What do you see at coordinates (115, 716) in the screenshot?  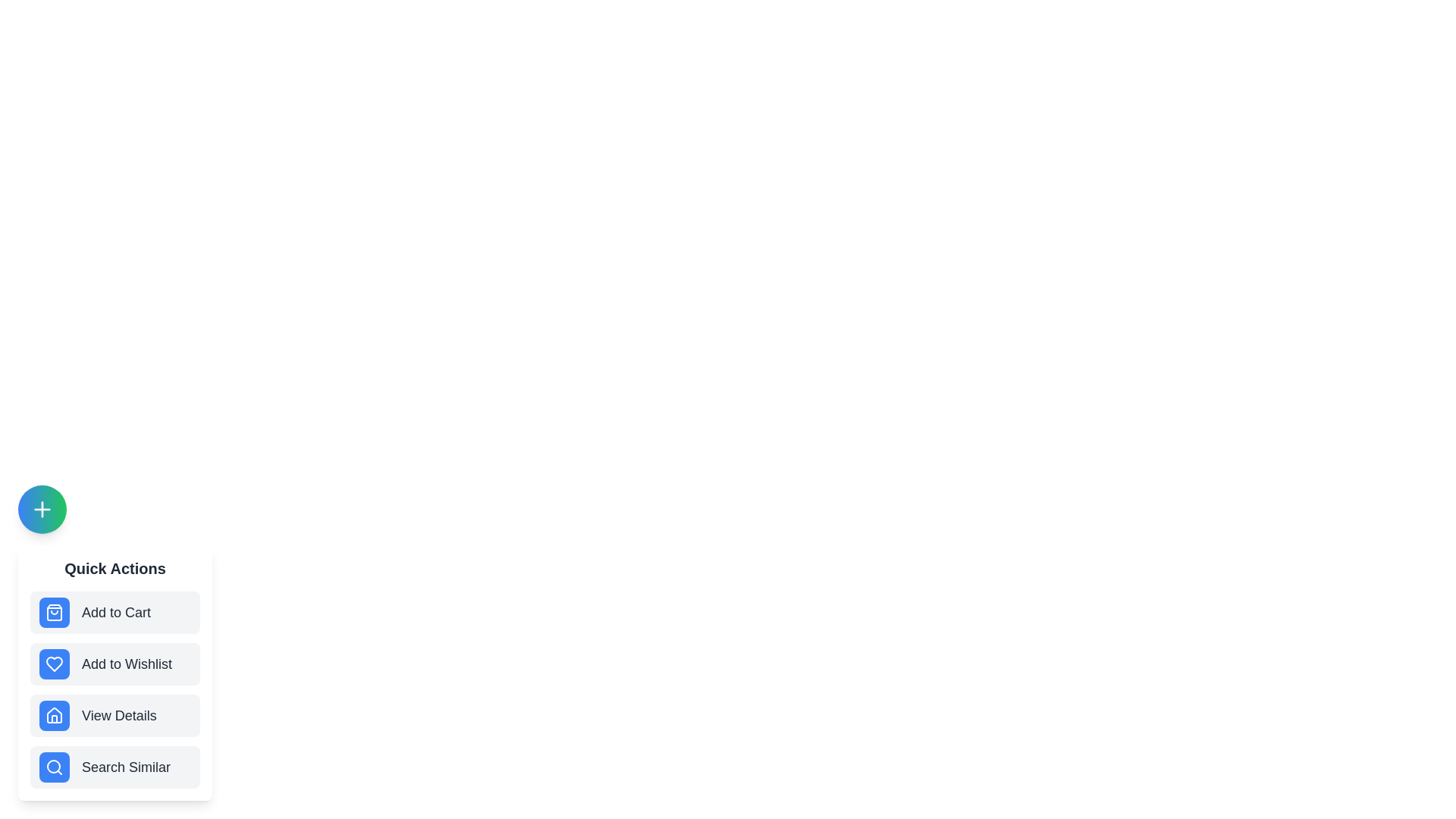 I see `the 'View Details' button in the speed dial menu` at bounding box center [115, 716].